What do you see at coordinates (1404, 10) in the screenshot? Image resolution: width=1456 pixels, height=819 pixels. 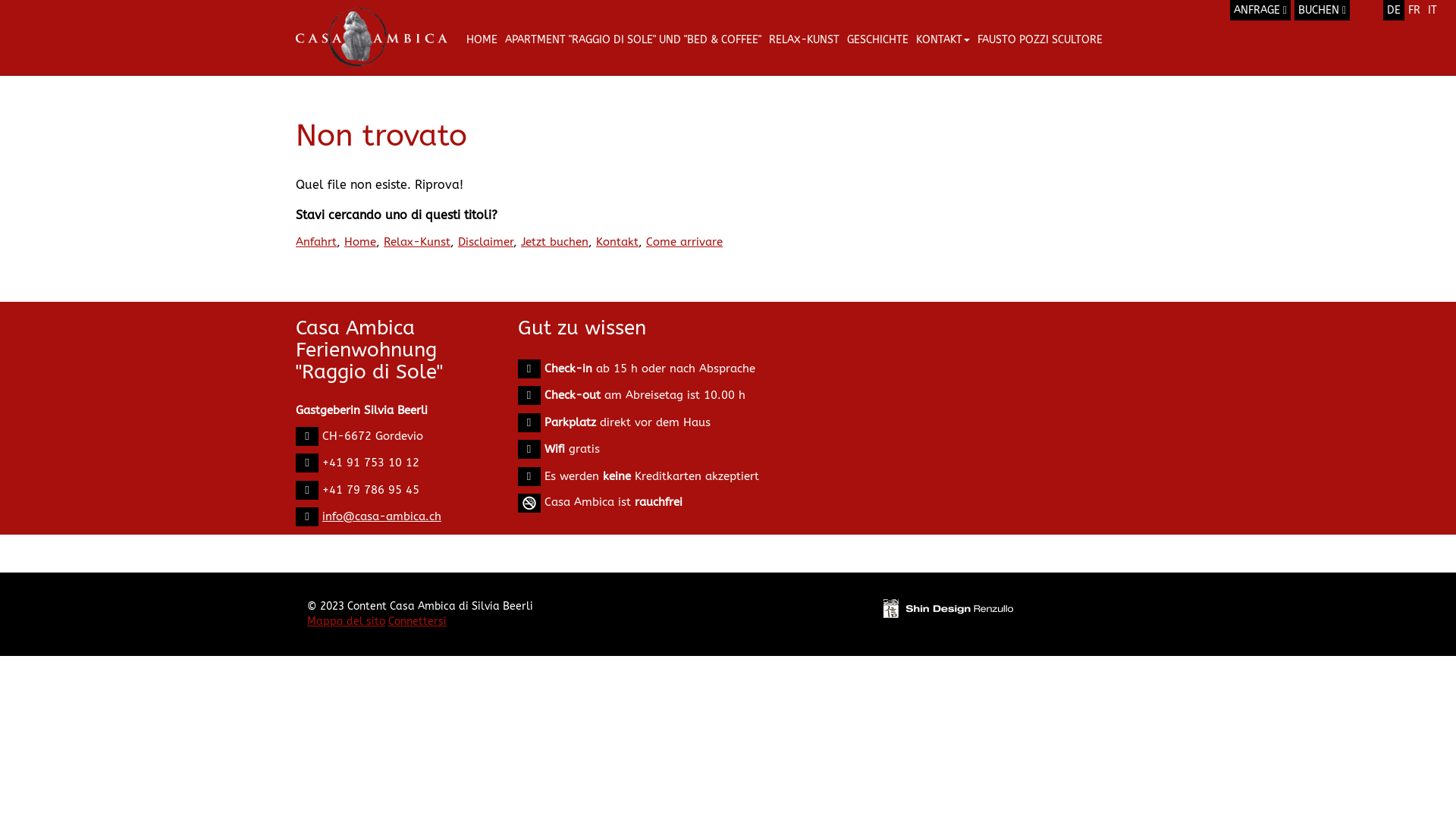 I see `'FR'` at bounding box center [1404, 10].